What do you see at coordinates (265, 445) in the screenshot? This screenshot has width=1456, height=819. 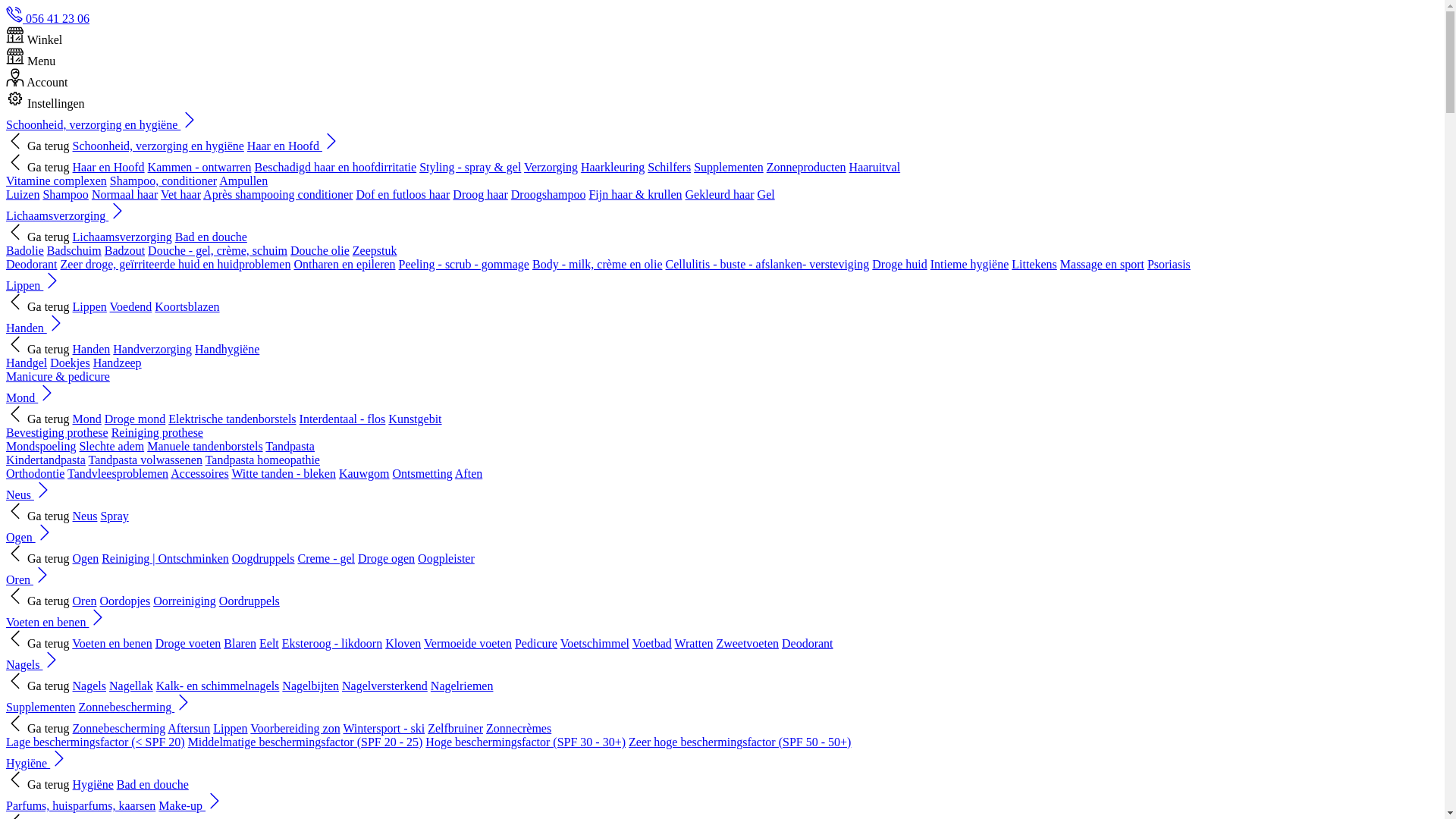 I see `'Tandpasta'` at bounding box center [265, 445].